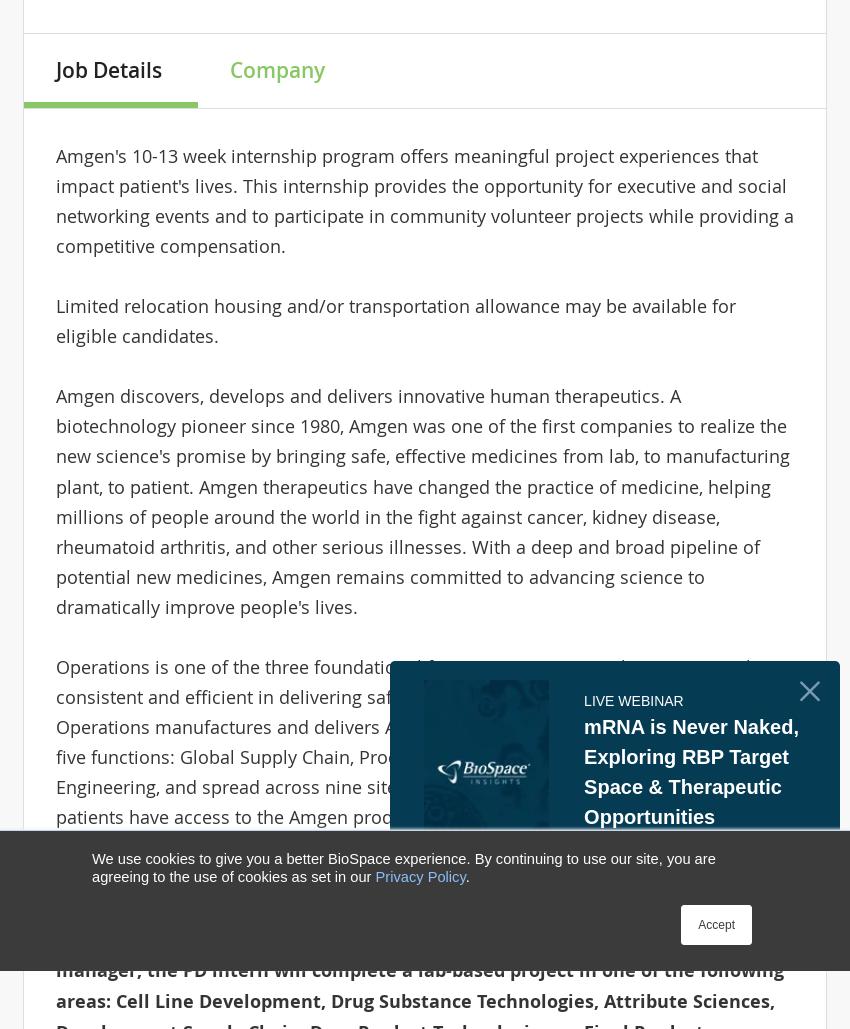 This screenshot has height=1029, width=850. Describe the element at coordinates (228, 69) in the screenshot. I see `'Company'` at that location.